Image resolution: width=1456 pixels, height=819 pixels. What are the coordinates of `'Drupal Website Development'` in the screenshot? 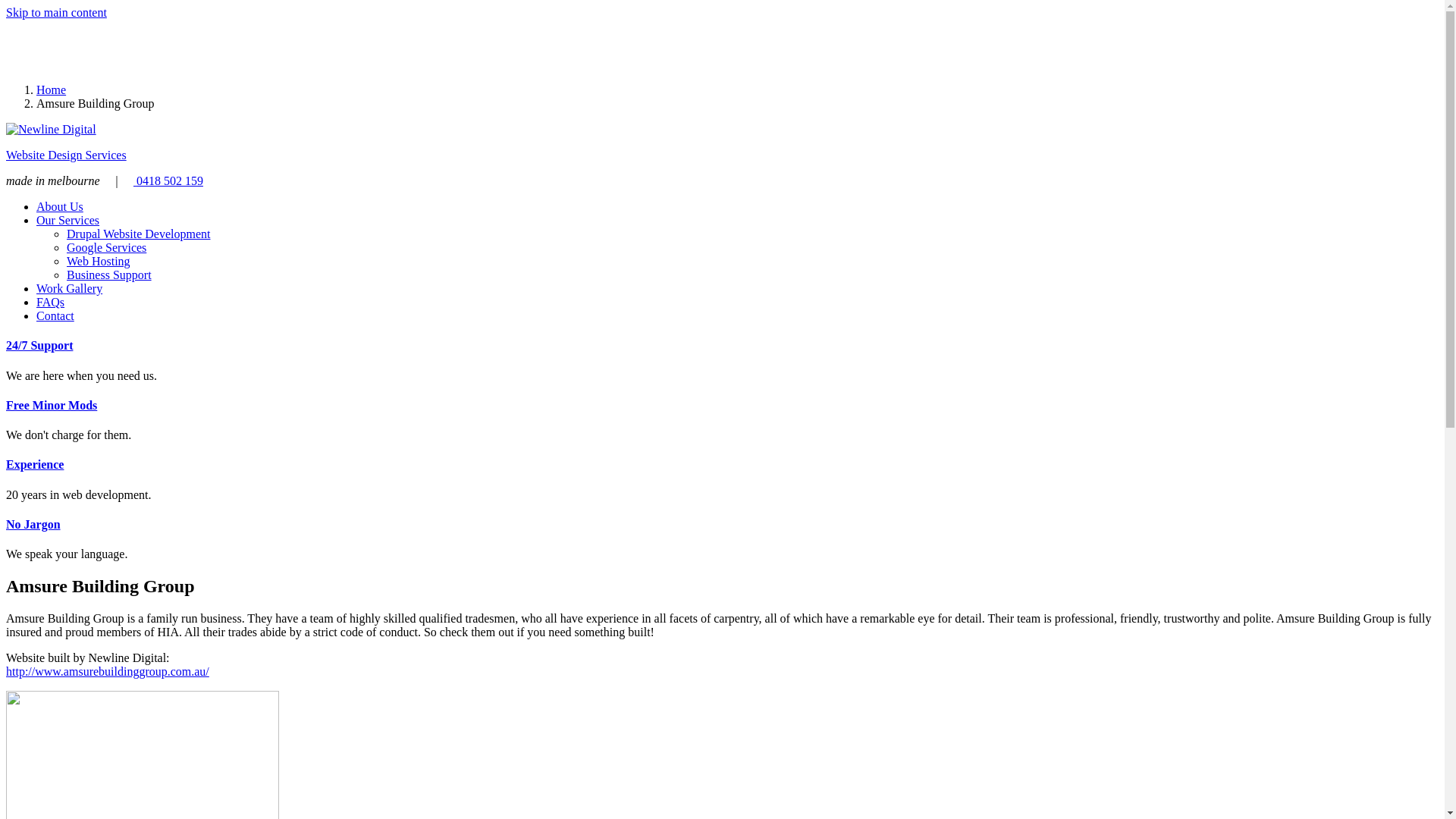 It's located at (138, 234).